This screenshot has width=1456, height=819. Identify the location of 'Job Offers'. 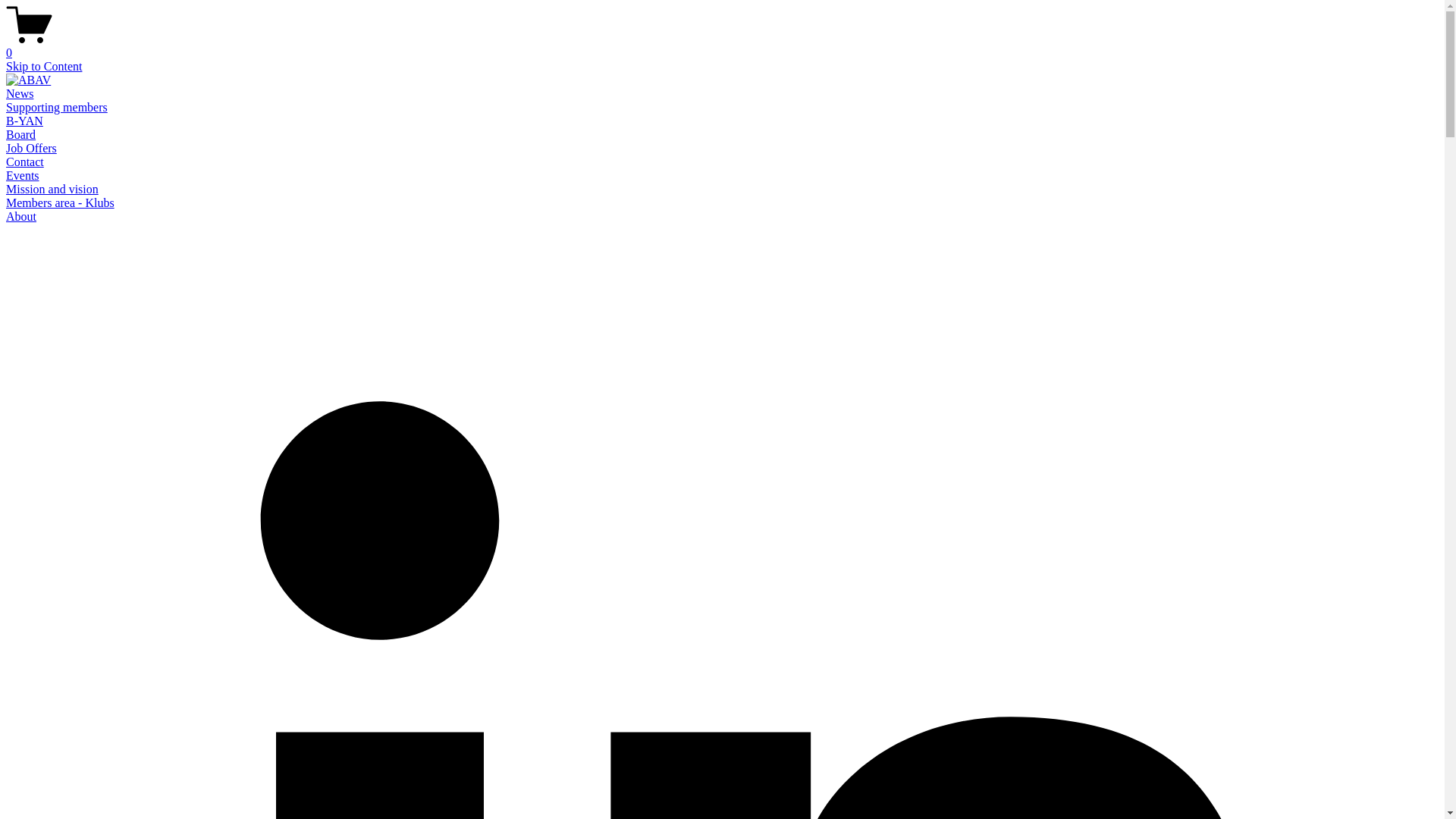
(31, 148).